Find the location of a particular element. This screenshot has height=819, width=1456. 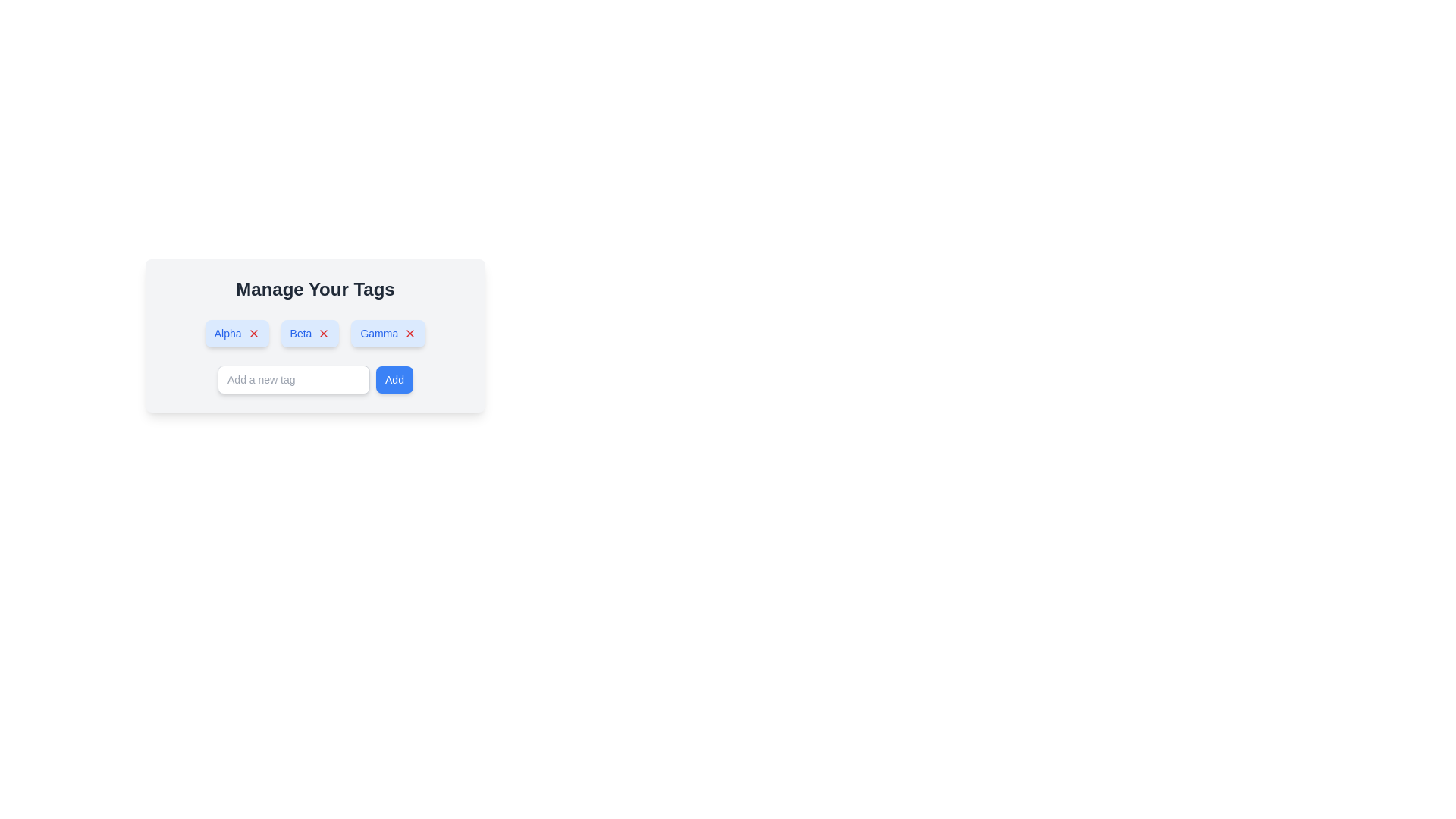

the delete button for the 'Gamma' tag is located at coordinates (410, 332).